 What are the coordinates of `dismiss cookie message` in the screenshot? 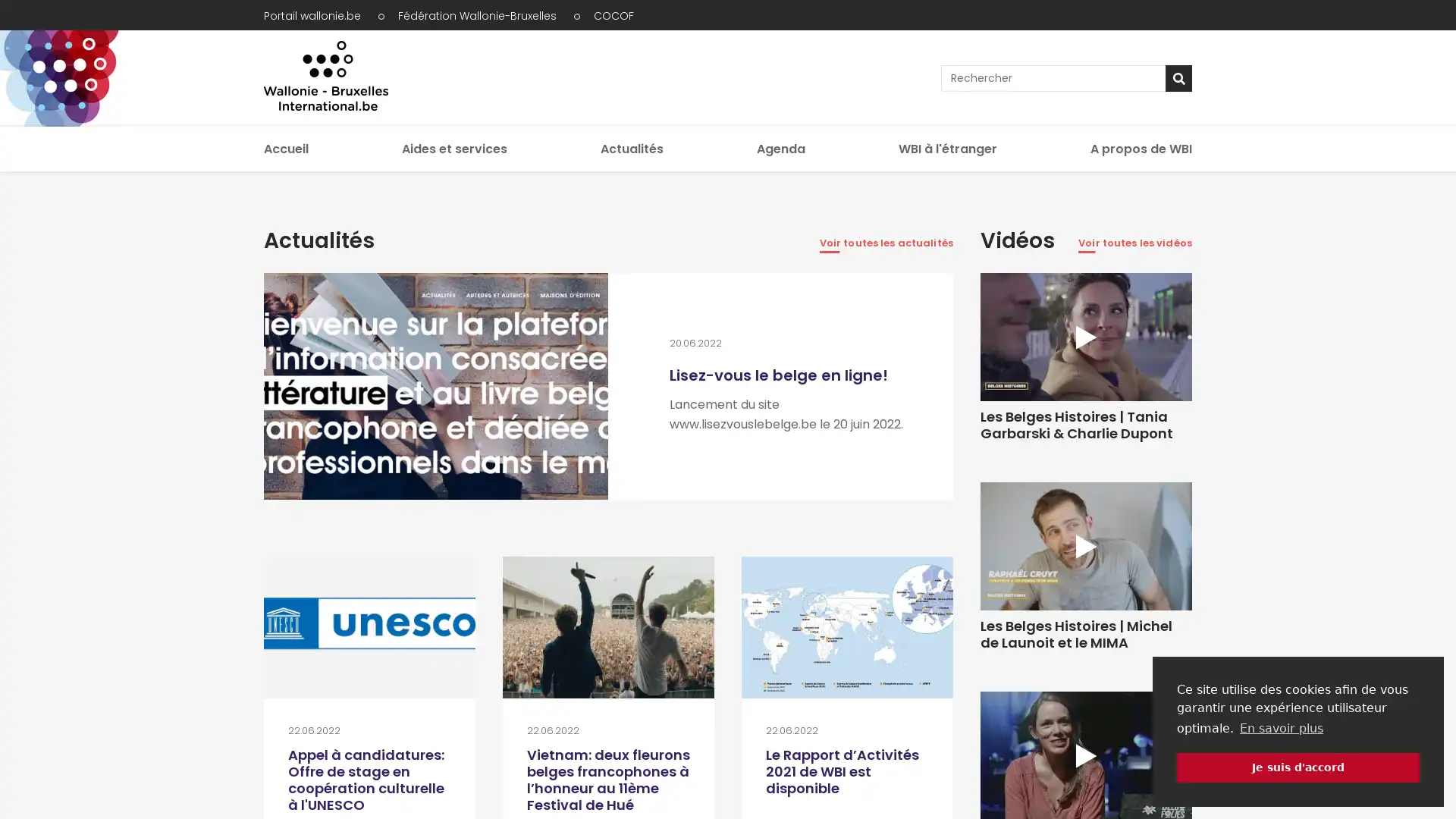 It's located at (1298, 767).